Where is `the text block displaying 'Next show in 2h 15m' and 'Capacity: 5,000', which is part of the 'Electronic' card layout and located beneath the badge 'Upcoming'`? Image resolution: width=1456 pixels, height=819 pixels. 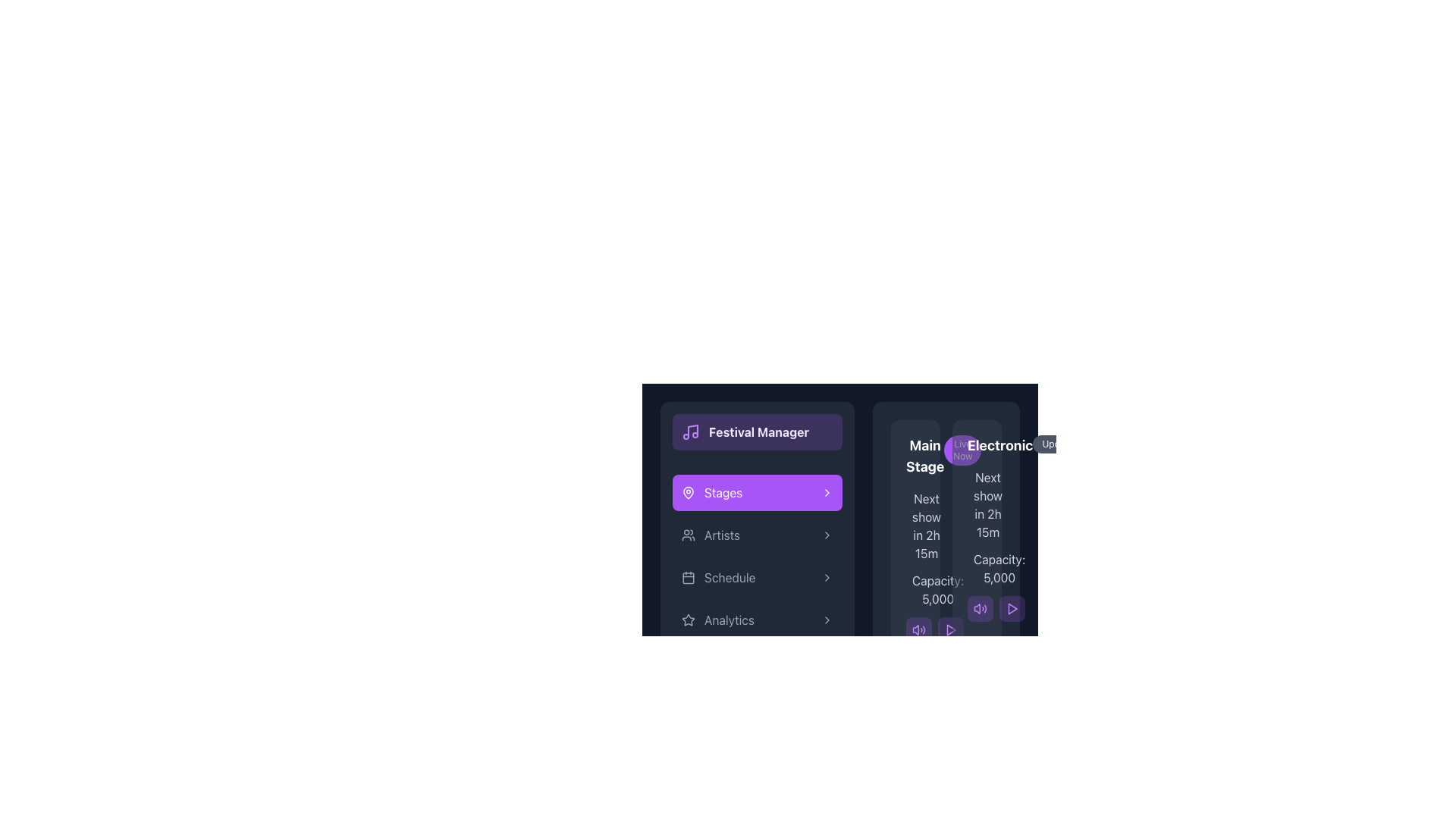 the text block displaying 'Next show in 2h 15m' and 'Capacity: 5,000', which is part of the 'Electronic' card layout and located beneath the badge 'Upcoming' is located at coordinates (977, 544).